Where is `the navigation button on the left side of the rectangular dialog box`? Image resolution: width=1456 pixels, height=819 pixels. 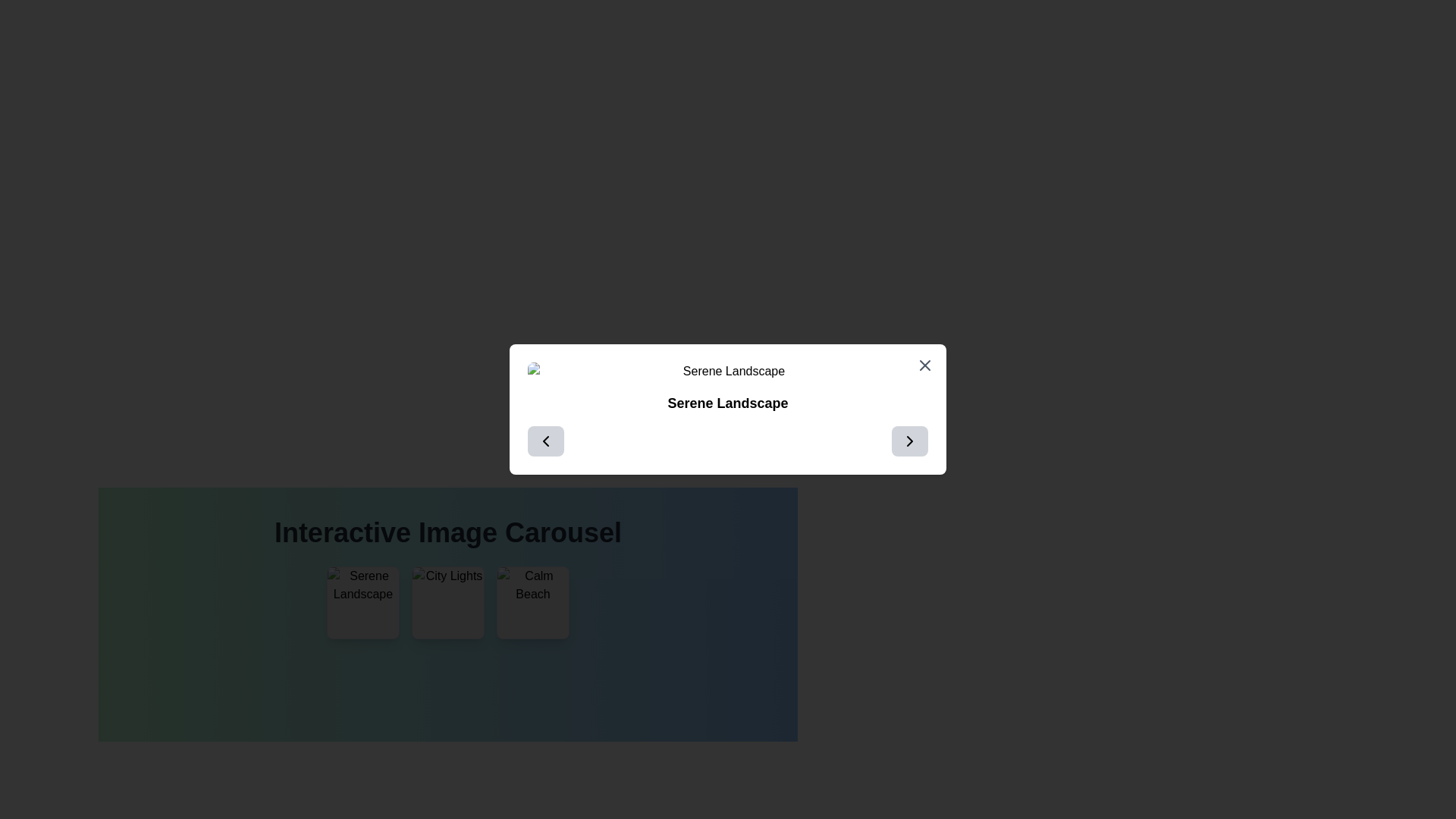
the navigation button on the left side of the rectangular dialog box is located at coordinates (546, 441).